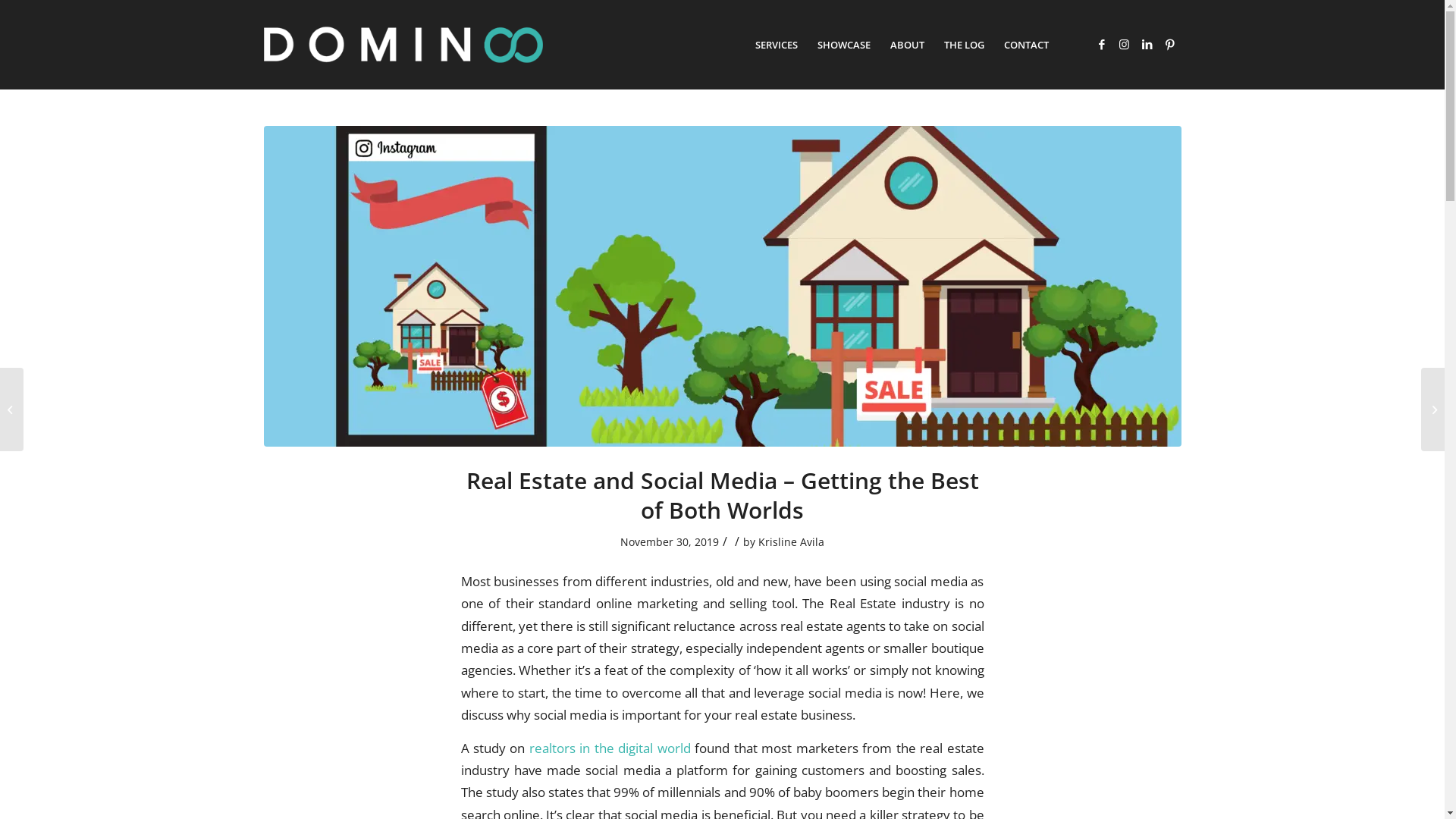 This screenshot has width=1456, height=819. I want to click on 'Krisline Avila', so click(758, 541).